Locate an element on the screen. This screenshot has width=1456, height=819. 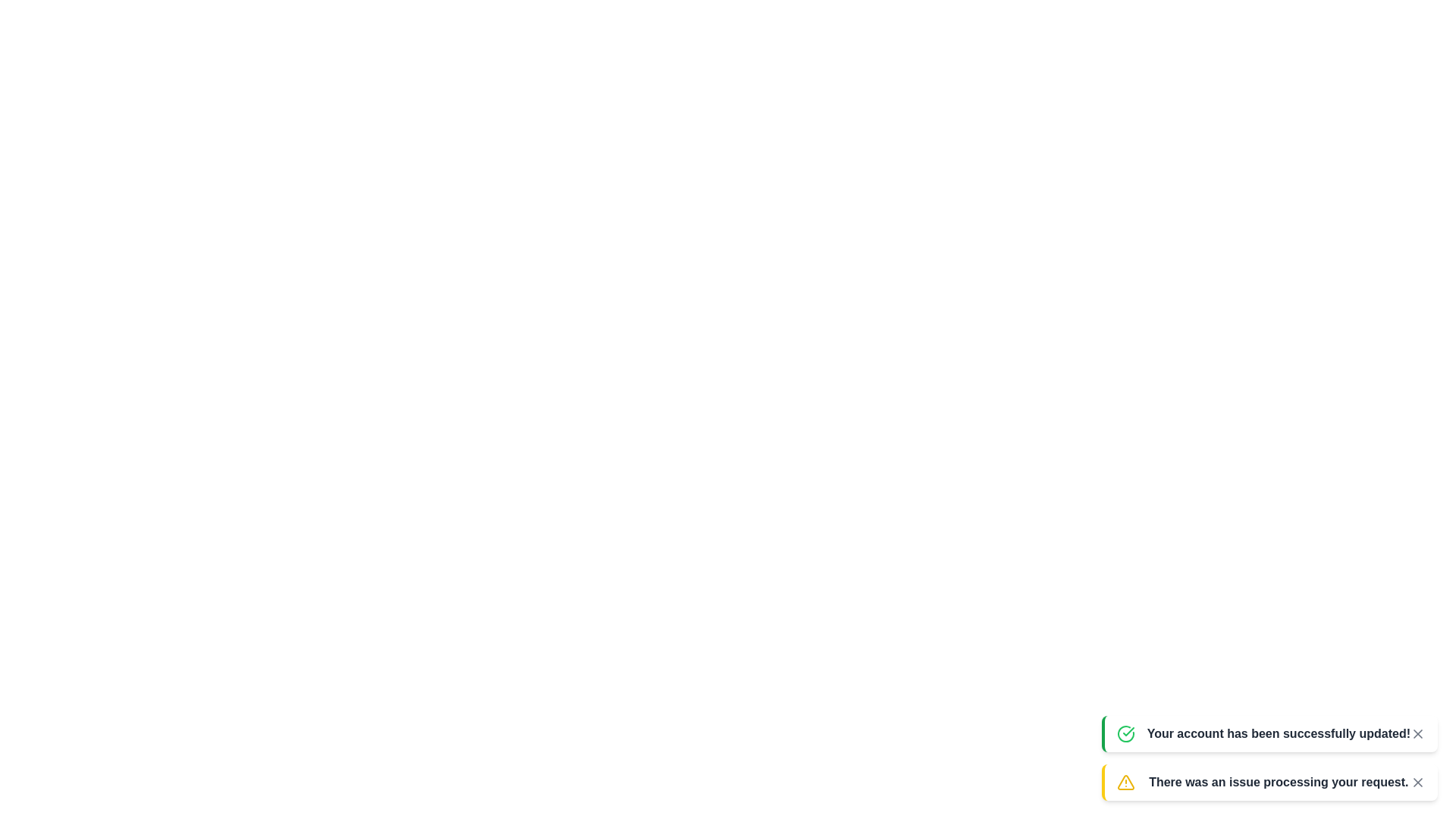
the notification with message 'Your account has been successfully updated!' is located at coordinates (1269, 733).